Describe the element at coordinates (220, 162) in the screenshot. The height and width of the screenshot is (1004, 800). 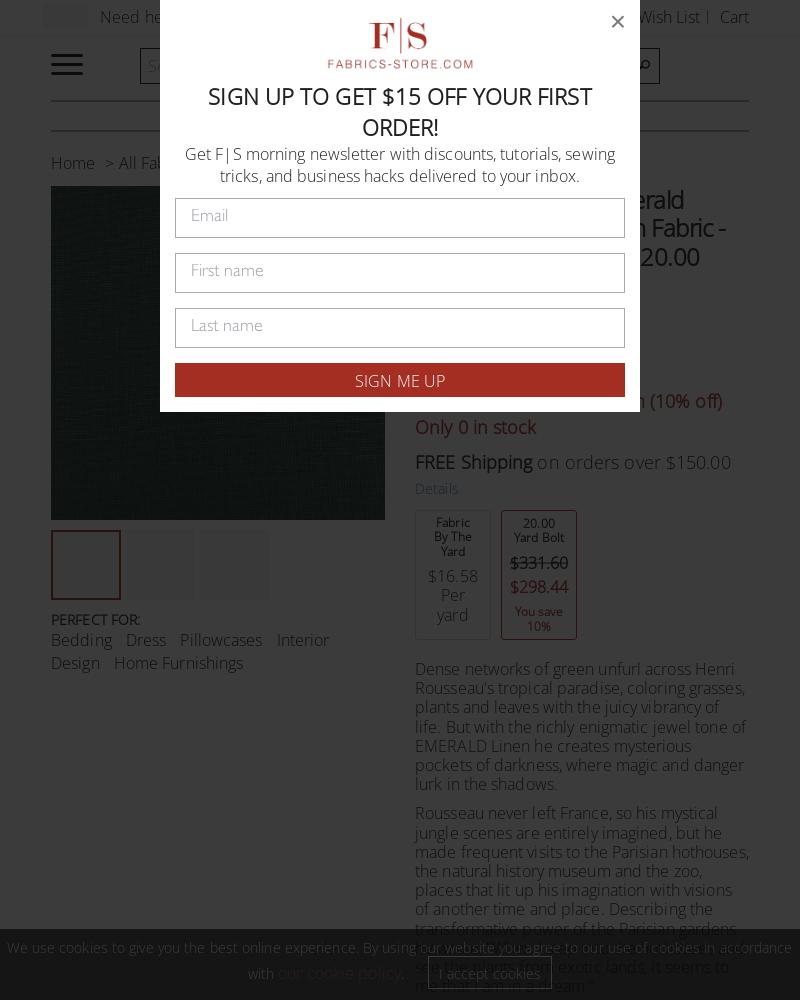
I see `'Linen                                Fabric'` at that location.